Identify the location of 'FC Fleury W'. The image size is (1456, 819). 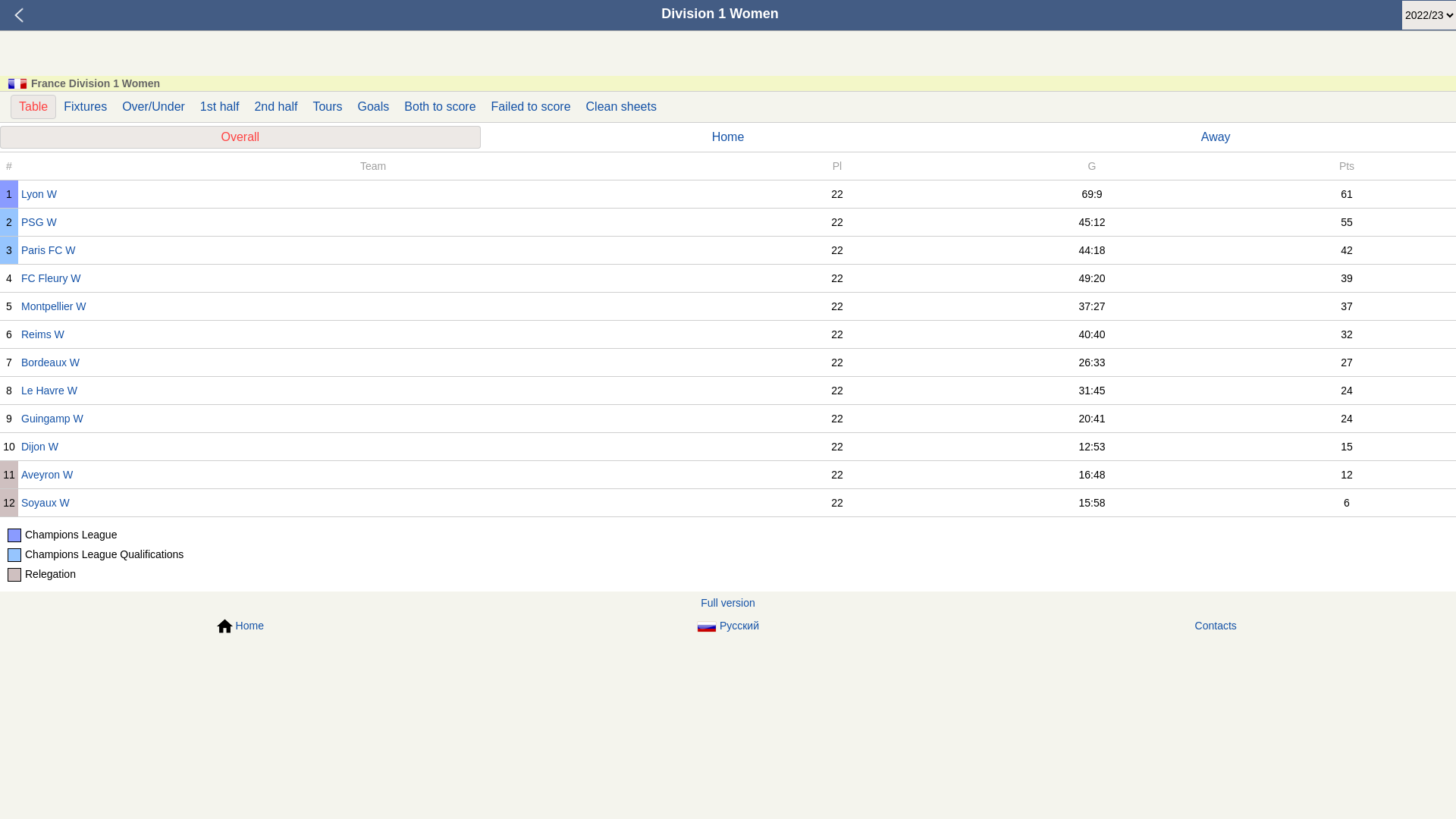
(21, 278).